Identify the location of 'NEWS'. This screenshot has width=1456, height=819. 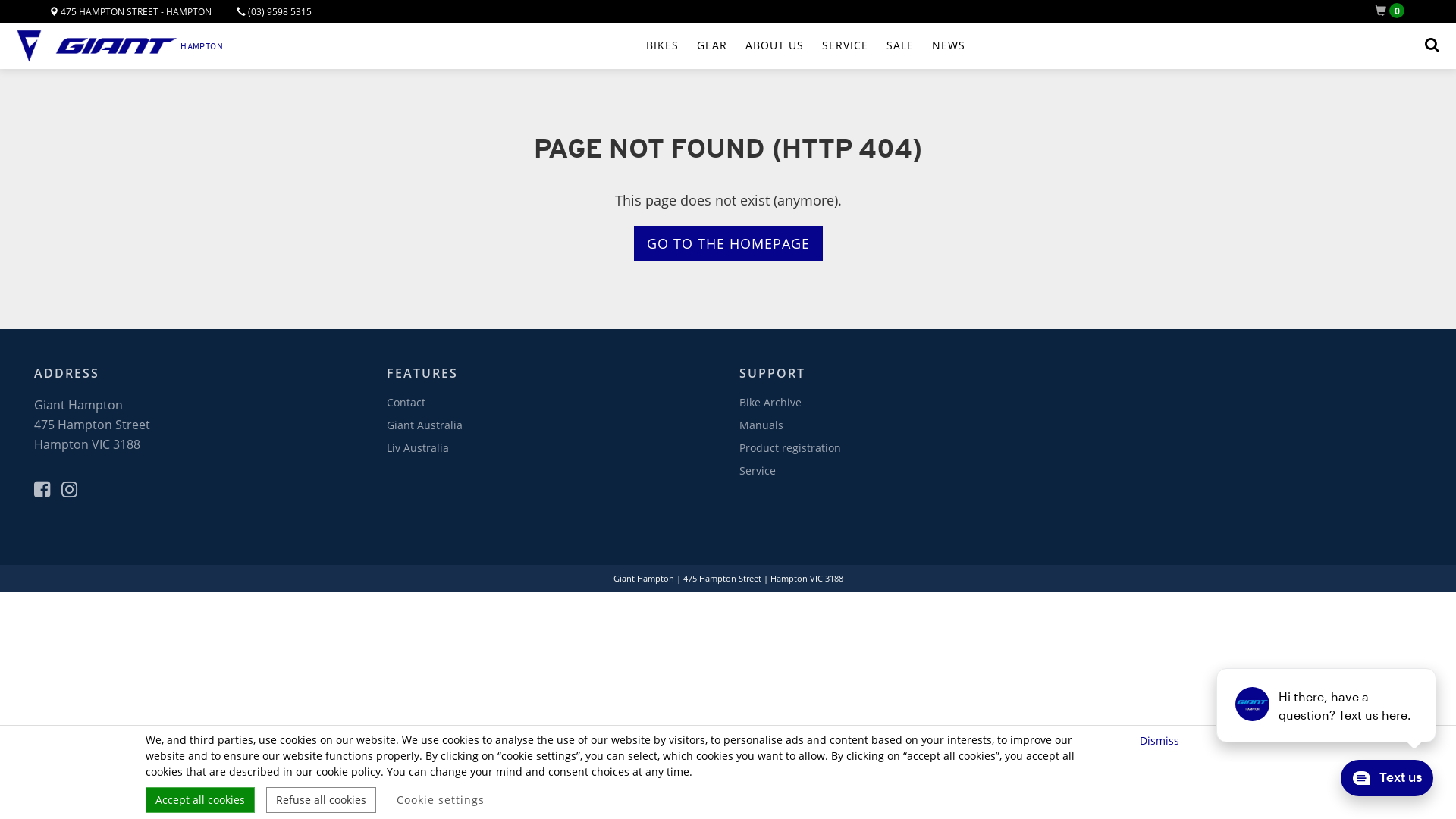
(930, 45).